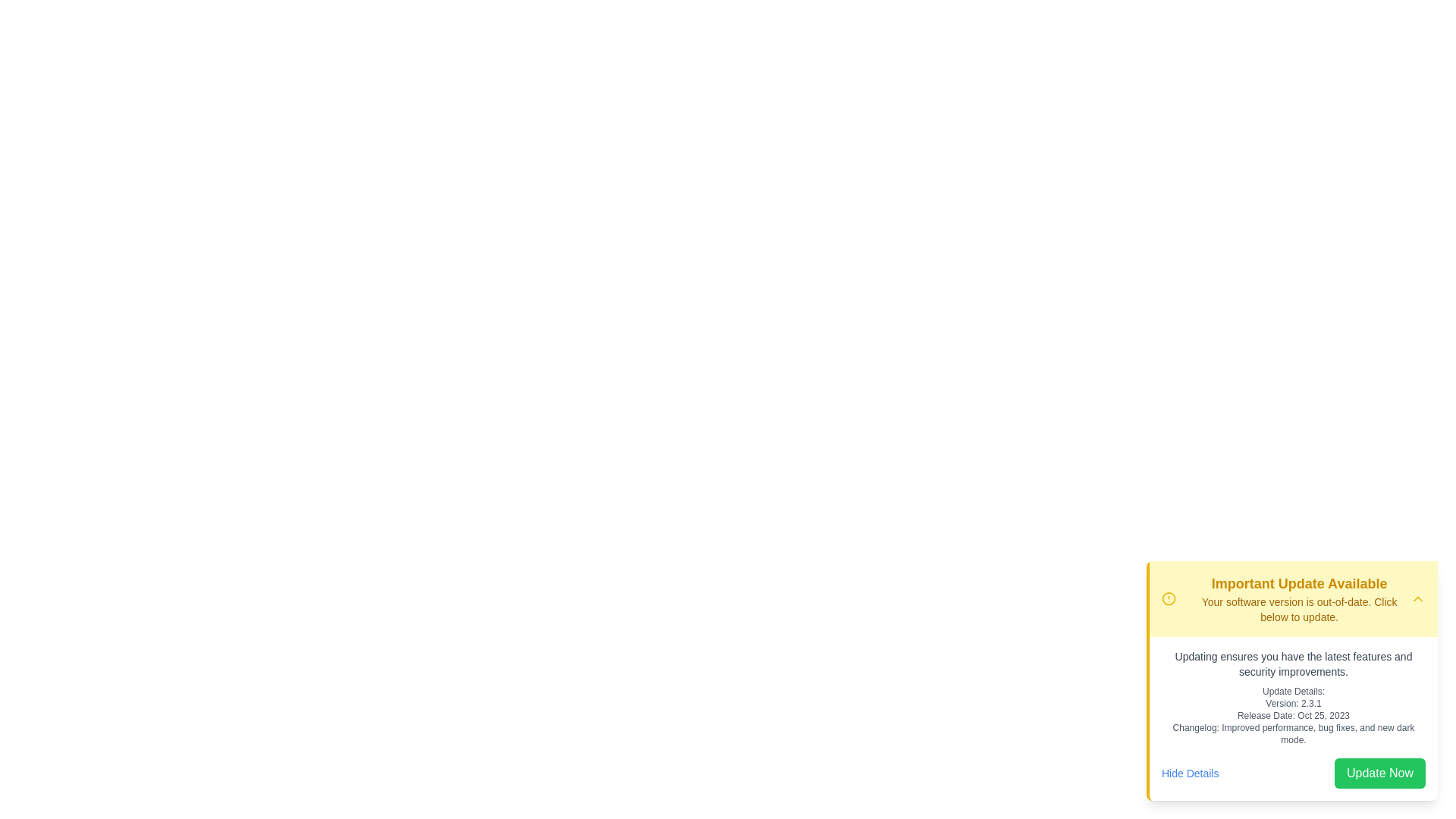 This screenshot has height=819, width=1456. What do you see at coordinates (1298, 608) in the screenshot?
I see `the yellow text label displaying the message 'Your software version is out-of-date. Click below to update.' located below the header 'Important Update Available'` at bounding box center [1298, 608].